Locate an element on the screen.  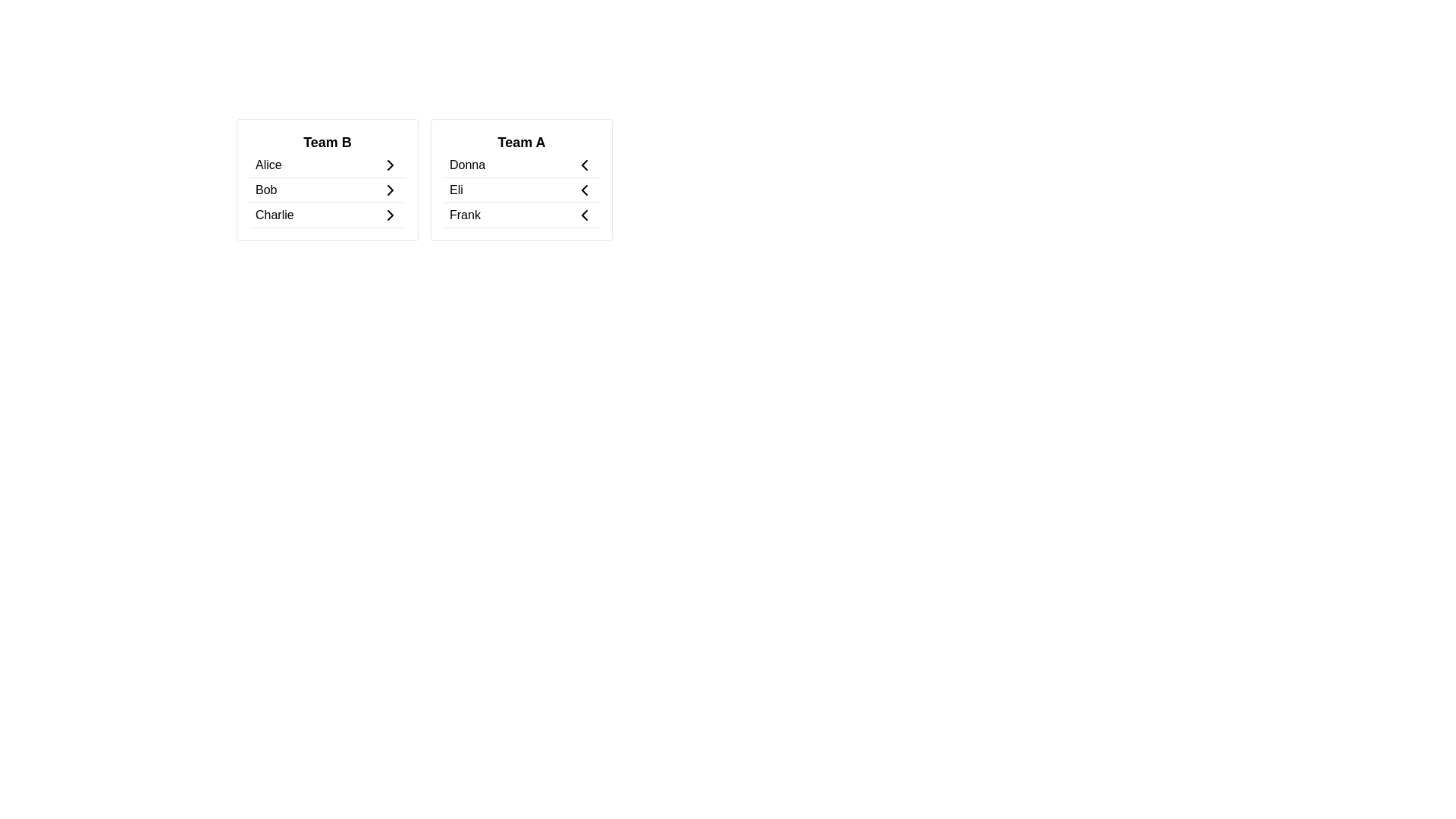
the team member entry Alice is located at coordinates (327, 165).